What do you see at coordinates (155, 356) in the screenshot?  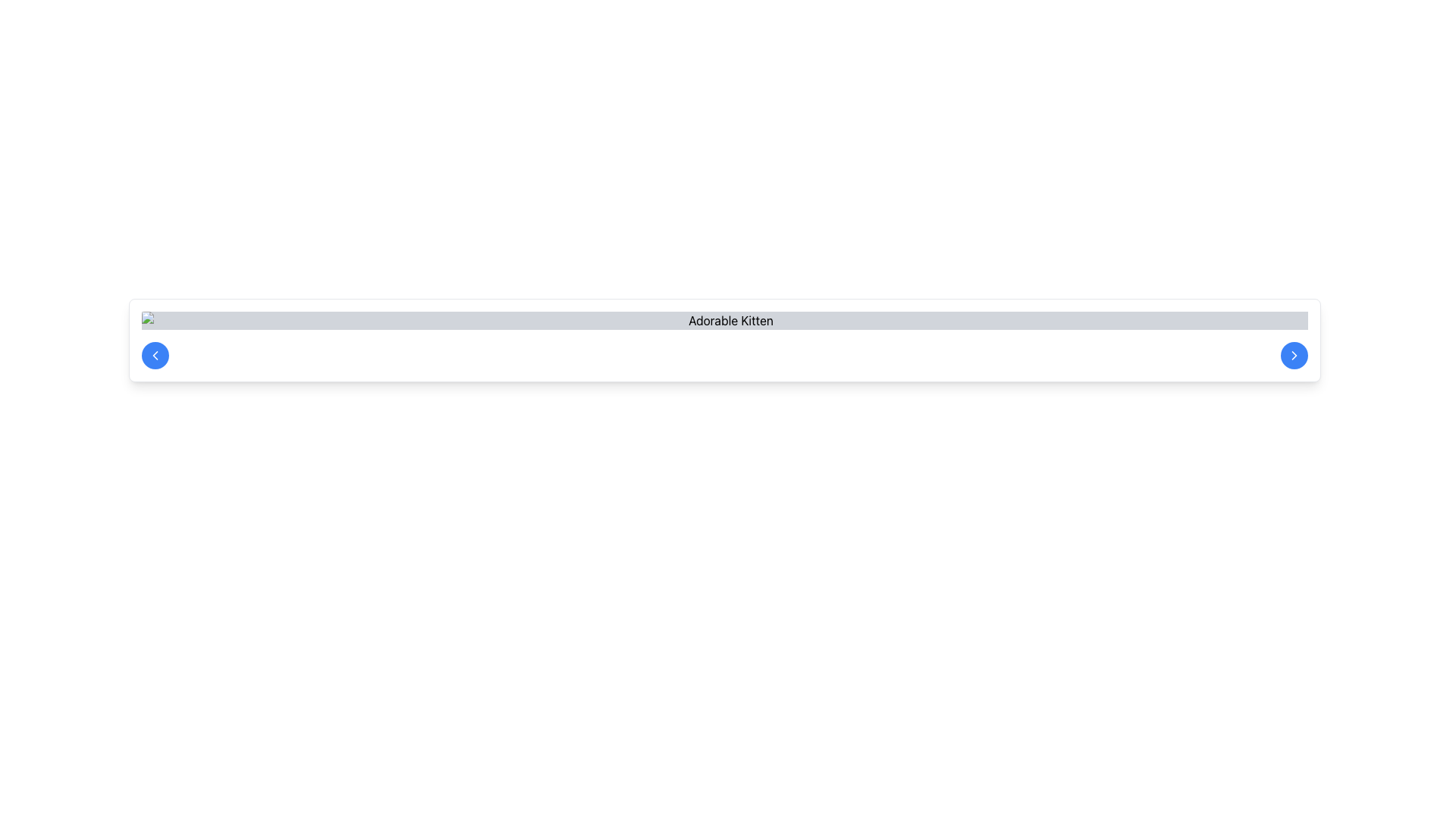 I see `the left-pointing chevron icon embedded in the blue rounded button` at bounding box center [155, 356].